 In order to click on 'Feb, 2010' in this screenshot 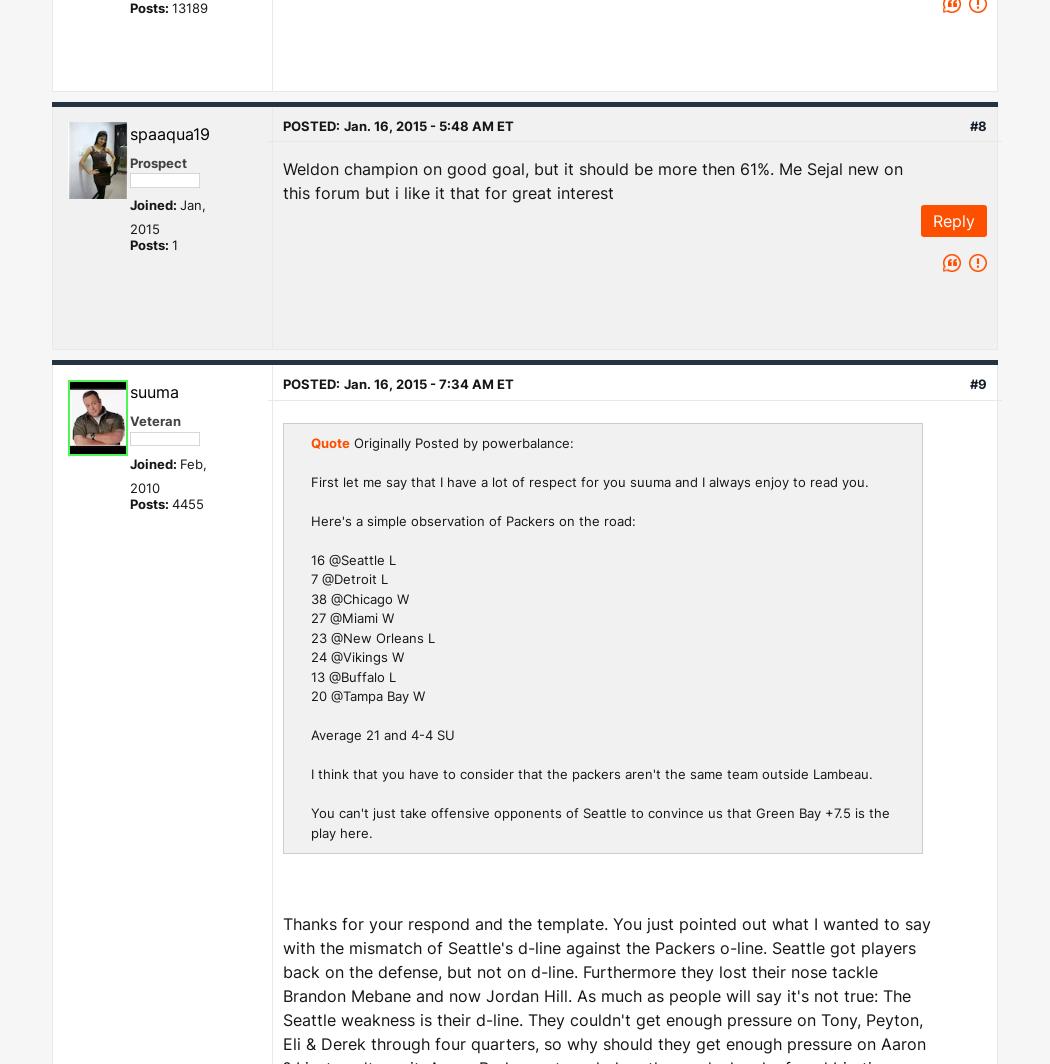, I will do `click(168, 474)`.